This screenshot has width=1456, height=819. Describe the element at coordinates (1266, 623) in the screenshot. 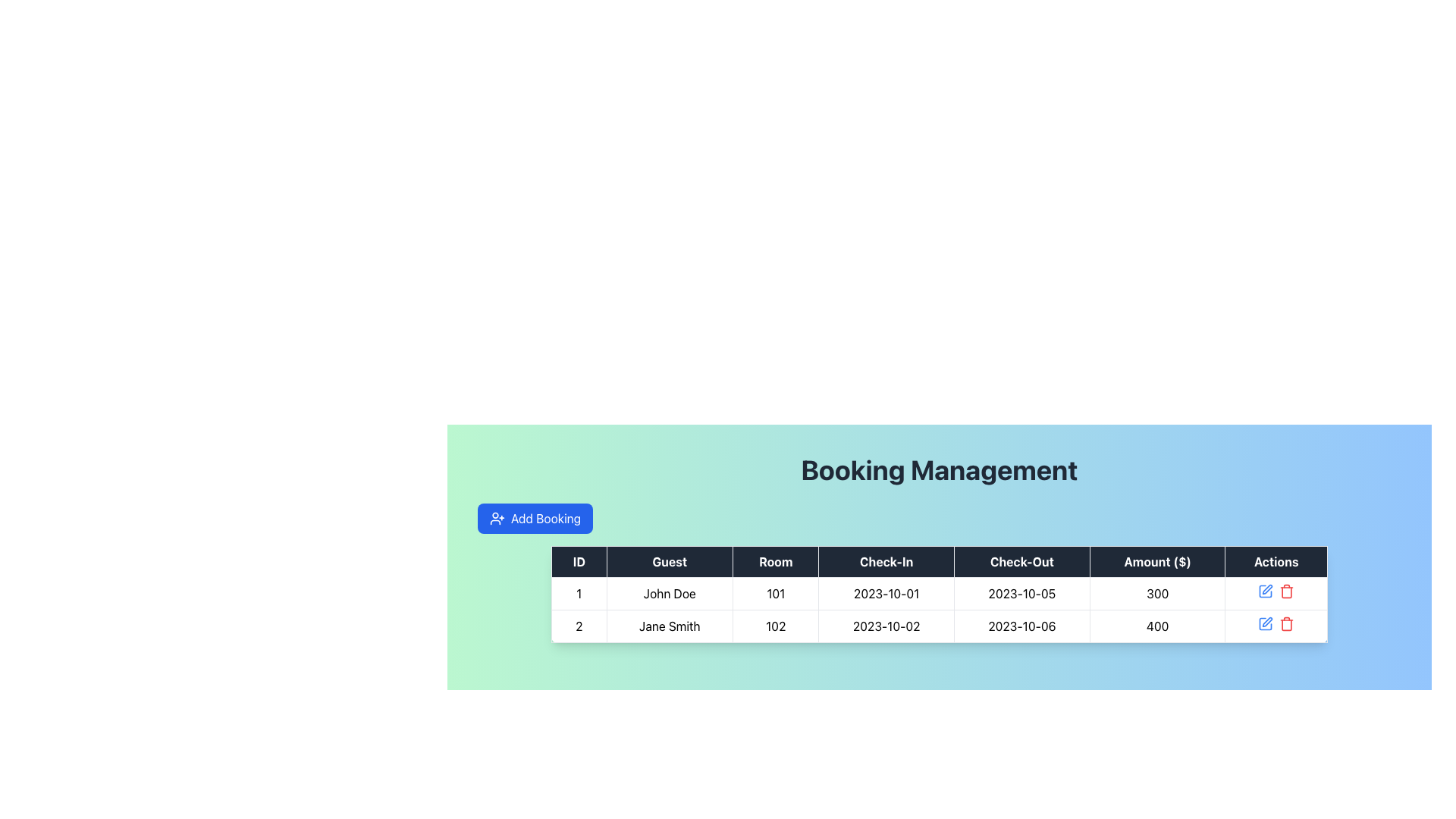

I see `the pen icon located in the 'Actions' column of the second row in the data table, which is related to 'Jane Smith', to initiate an edit action` at that location.